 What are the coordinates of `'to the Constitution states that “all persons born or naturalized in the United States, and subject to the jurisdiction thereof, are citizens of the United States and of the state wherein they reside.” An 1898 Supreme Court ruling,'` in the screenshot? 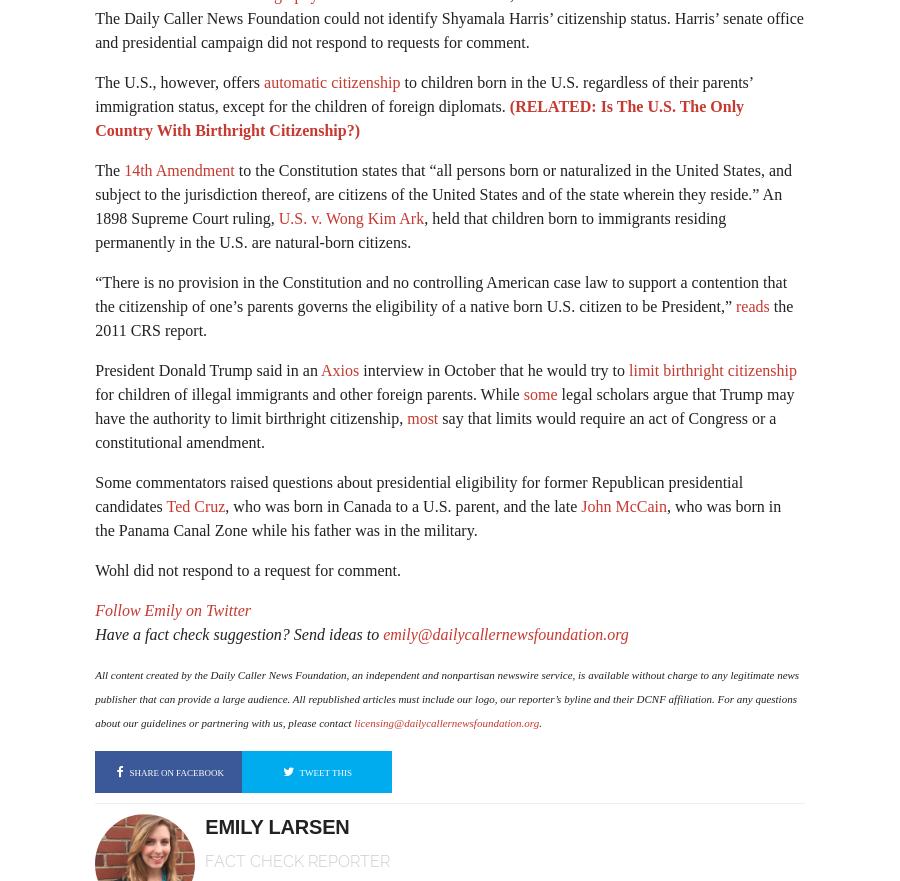 It's located at (443, 194).